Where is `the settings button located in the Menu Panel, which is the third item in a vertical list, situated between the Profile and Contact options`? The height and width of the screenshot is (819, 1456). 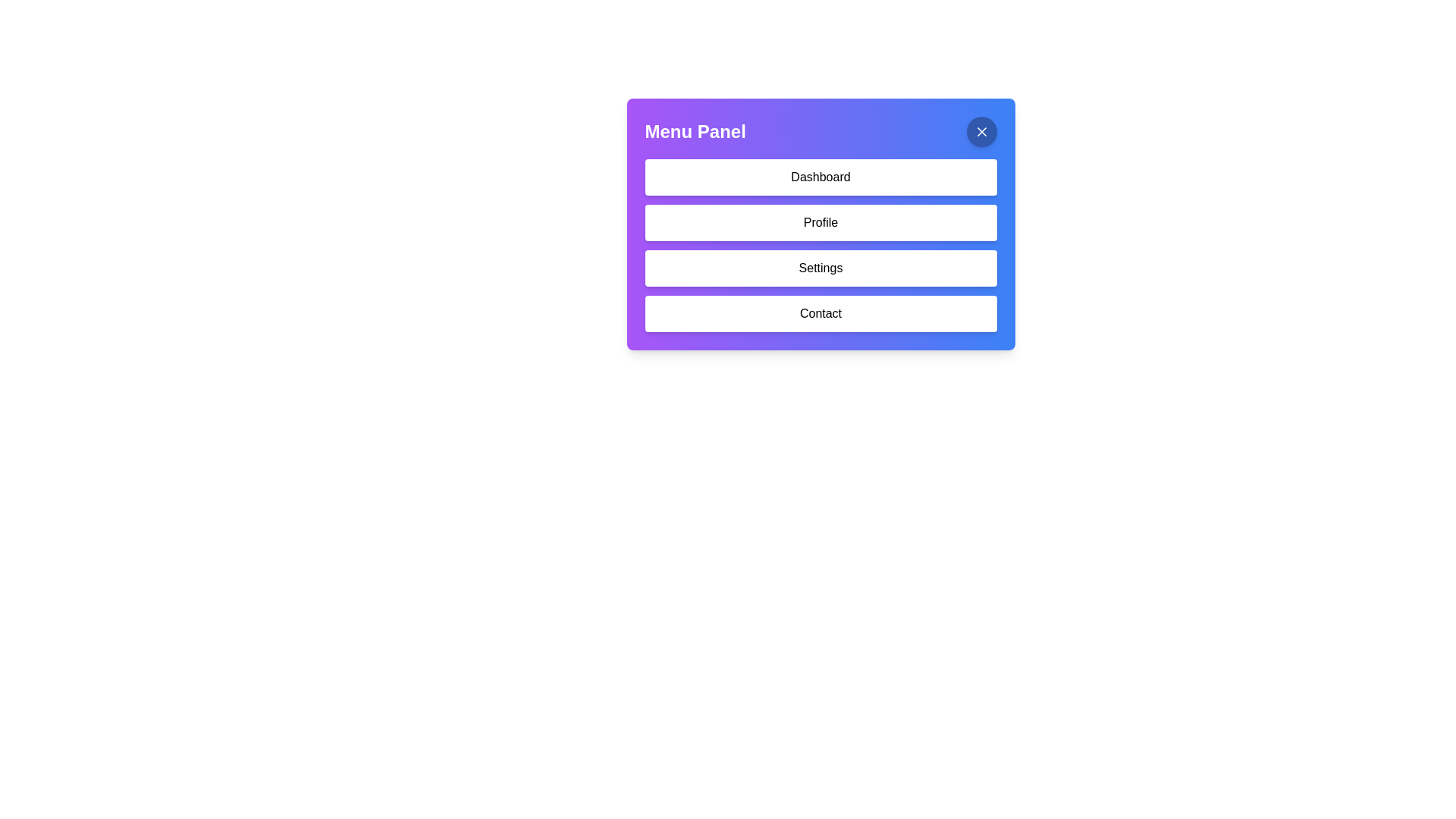 the settings button located in the Menu Panel, which is the third item in a vertical list, situated between the Profile and Contact options is located at coordinates (820, 268).